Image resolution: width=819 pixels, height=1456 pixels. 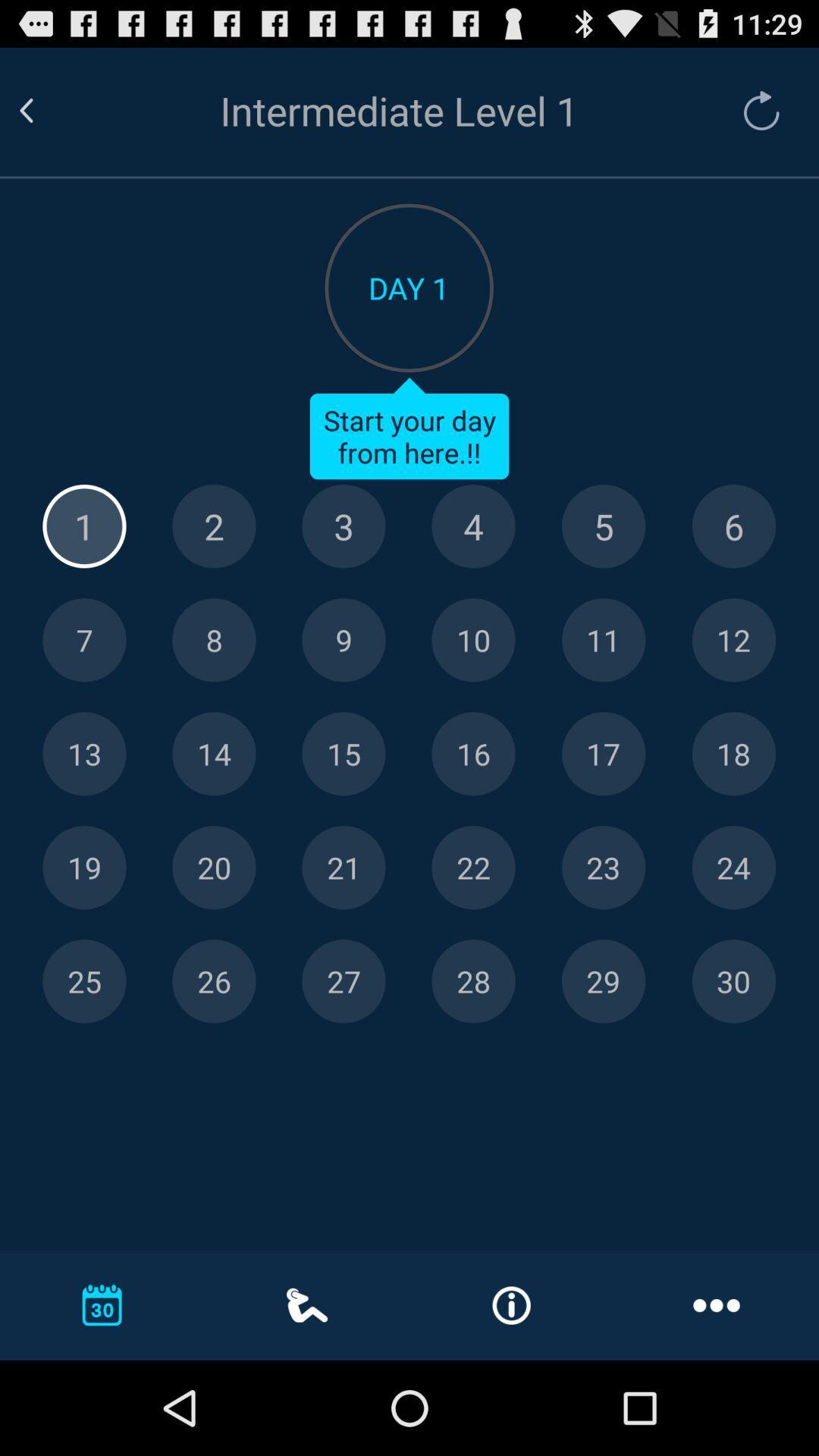 I want to click on day 26, so click(x=214, y=981).